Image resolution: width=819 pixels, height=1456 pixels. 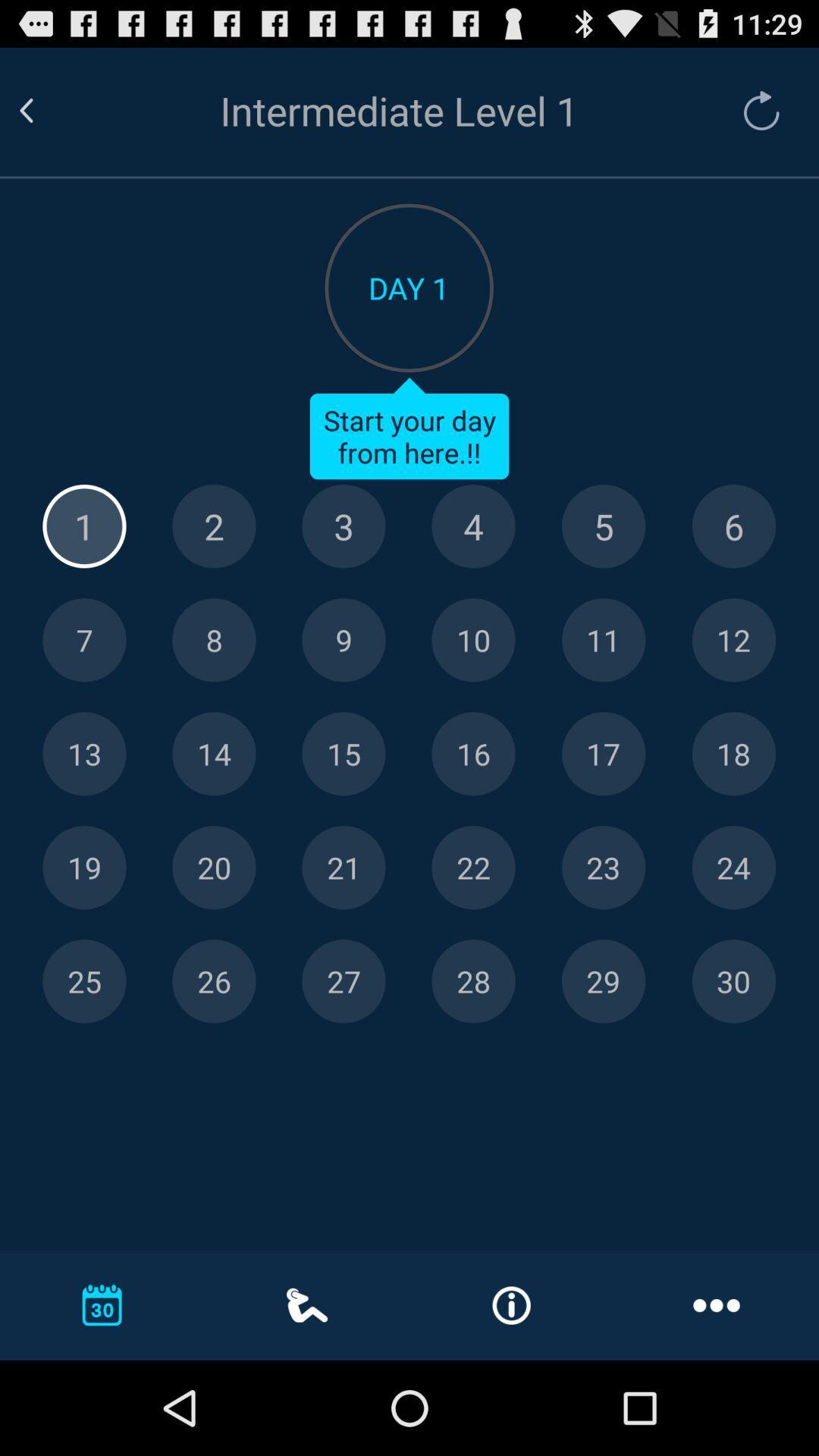 I want to click on day 26, so click(x=214, y=981).